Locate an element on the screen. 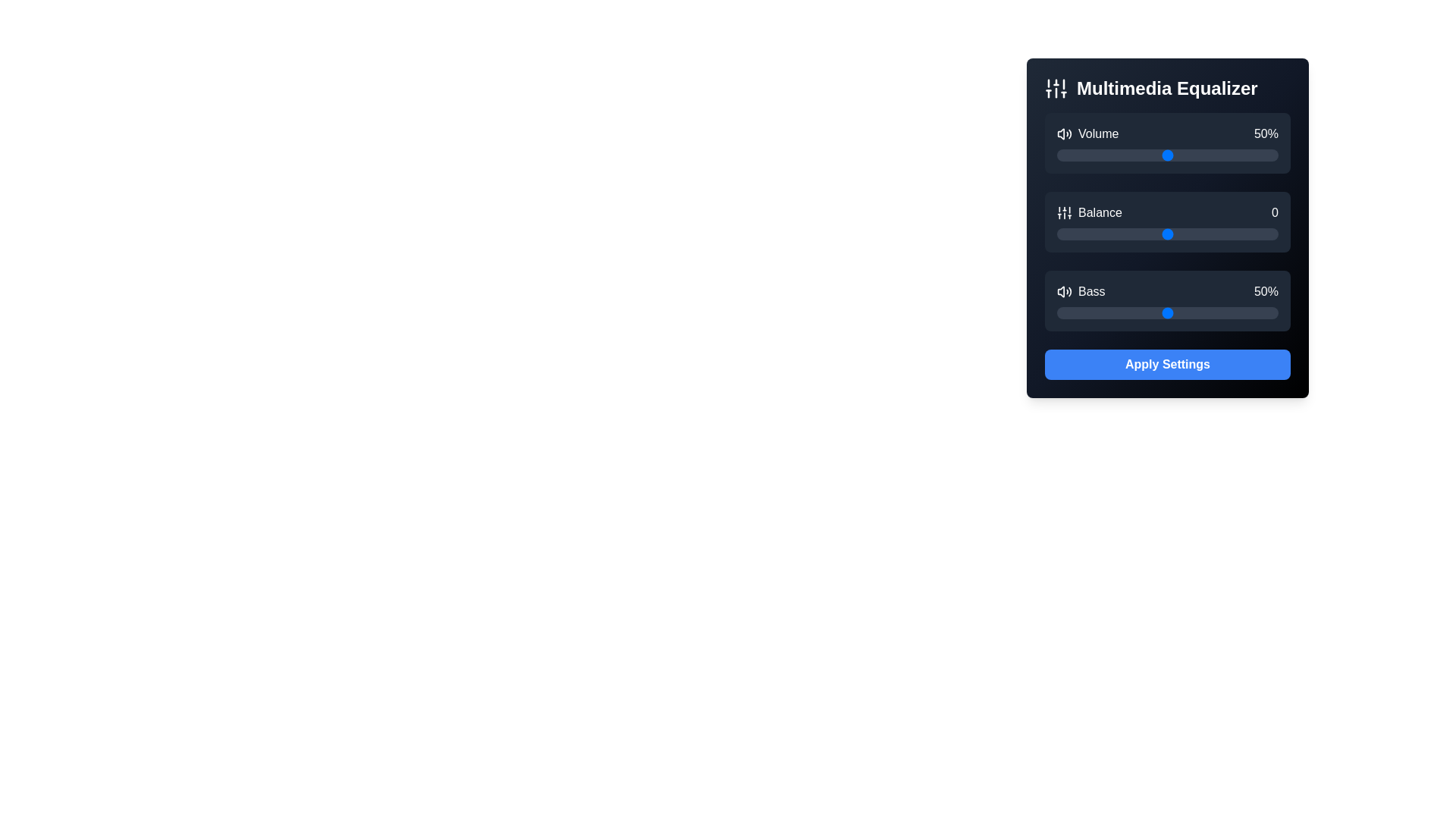 Image resolution: width=1456 pixels, height=819 pixels. the volume level is located at coordinates (1156, 155).